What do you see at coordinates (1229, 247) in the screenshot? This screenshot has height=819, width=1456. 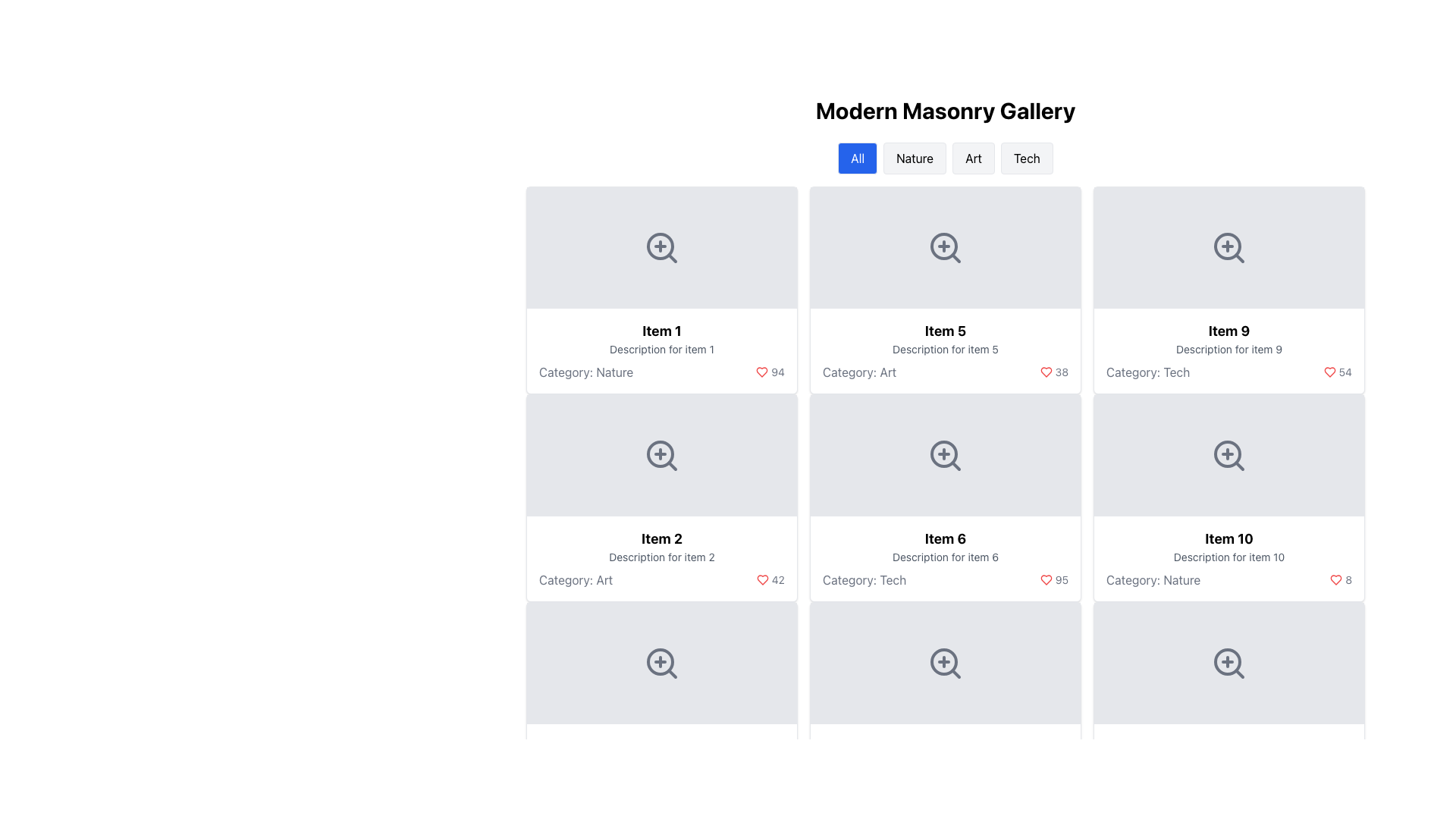 I see `the Decorative icon located at the top-center of the card labeled 'Item 9' in the third column and first row of the grid layout, which indicates a zoom-in functionality` at bounding box center [1229, 247].